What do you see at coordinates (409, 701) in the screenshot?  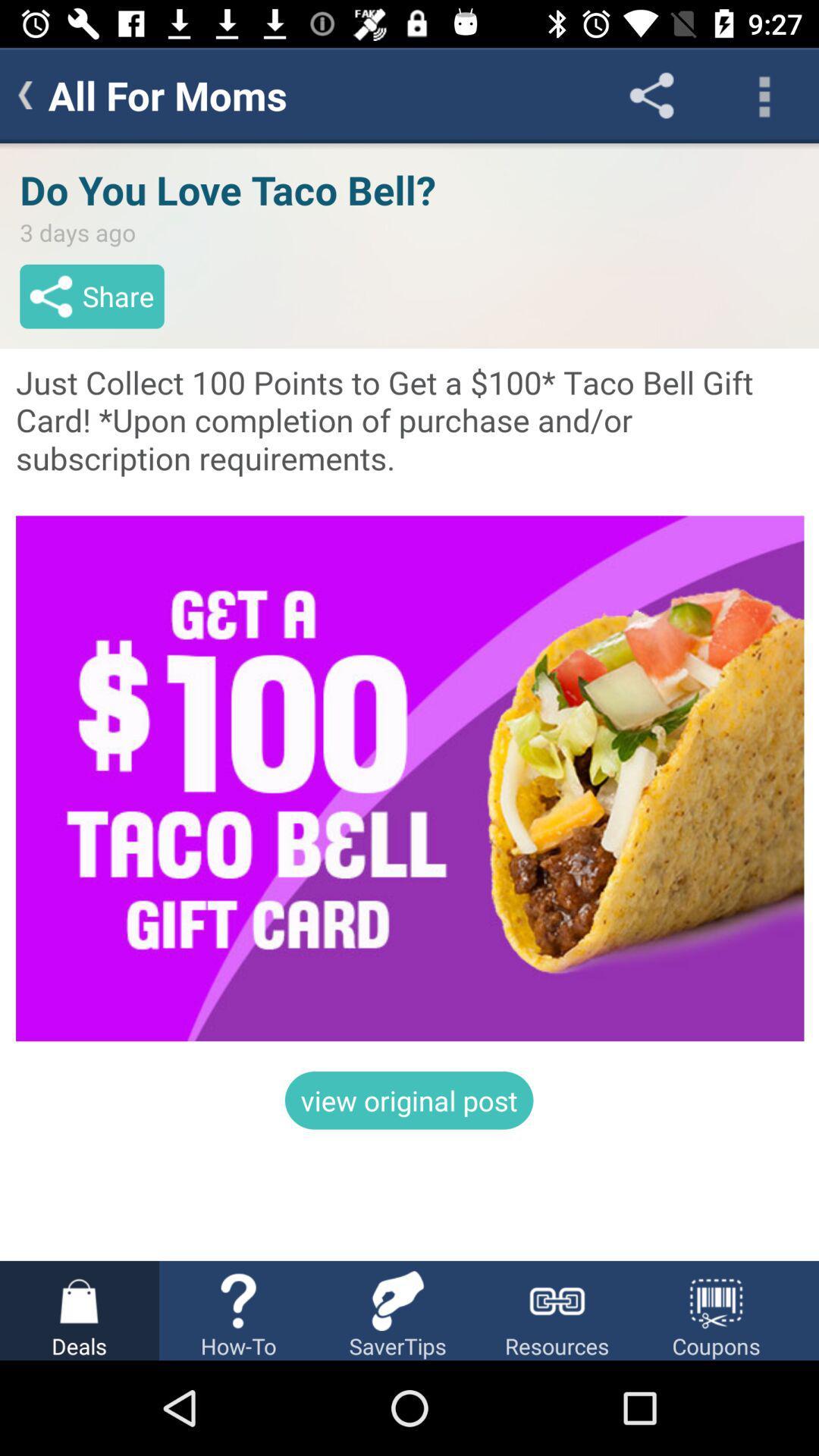 I see `open advertisement for taco bell` at bounding box center [409, 701].